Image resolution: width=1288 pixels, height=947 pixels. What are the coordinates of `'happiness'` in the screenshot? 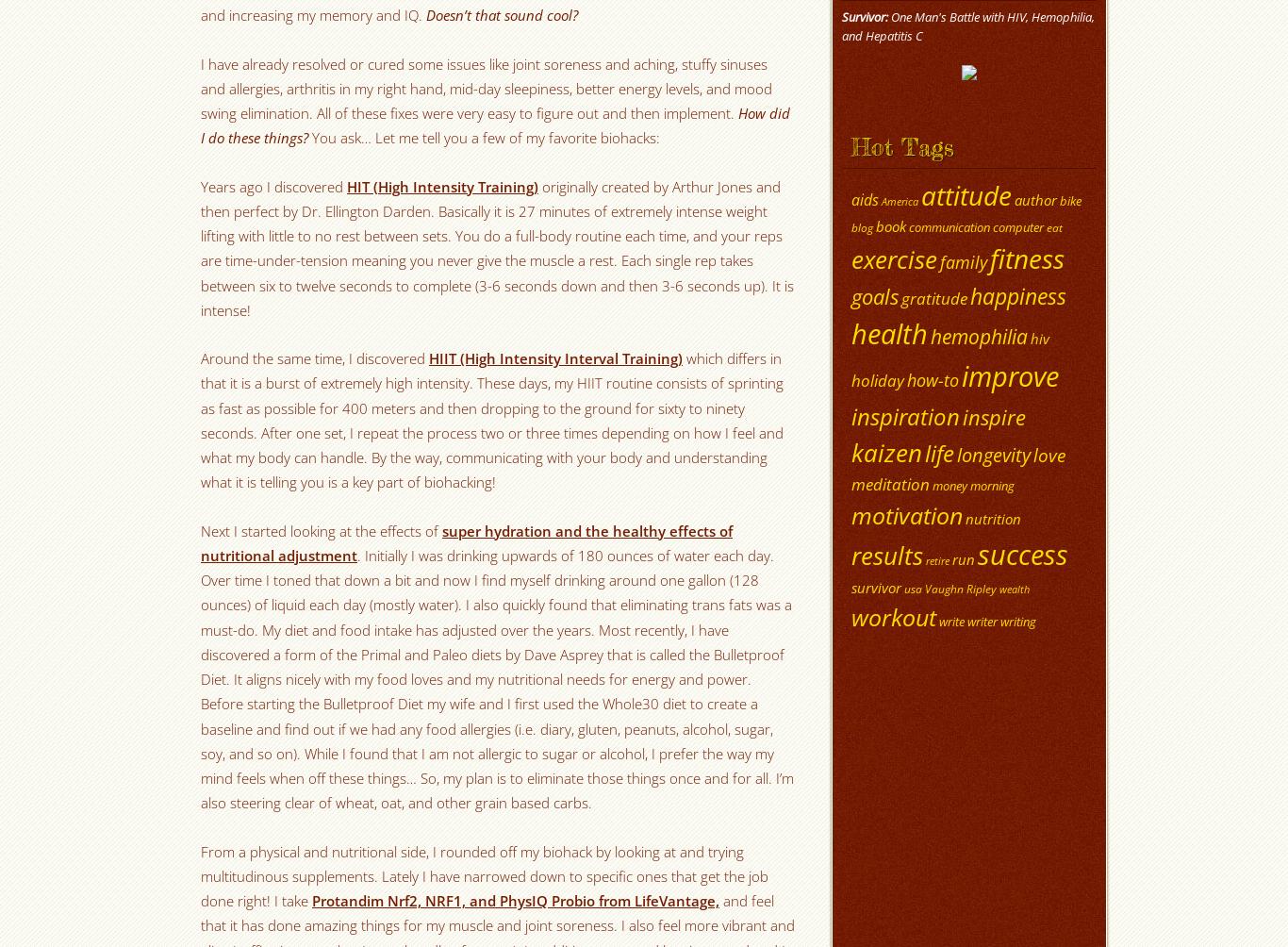 It's located at (1016, 295).